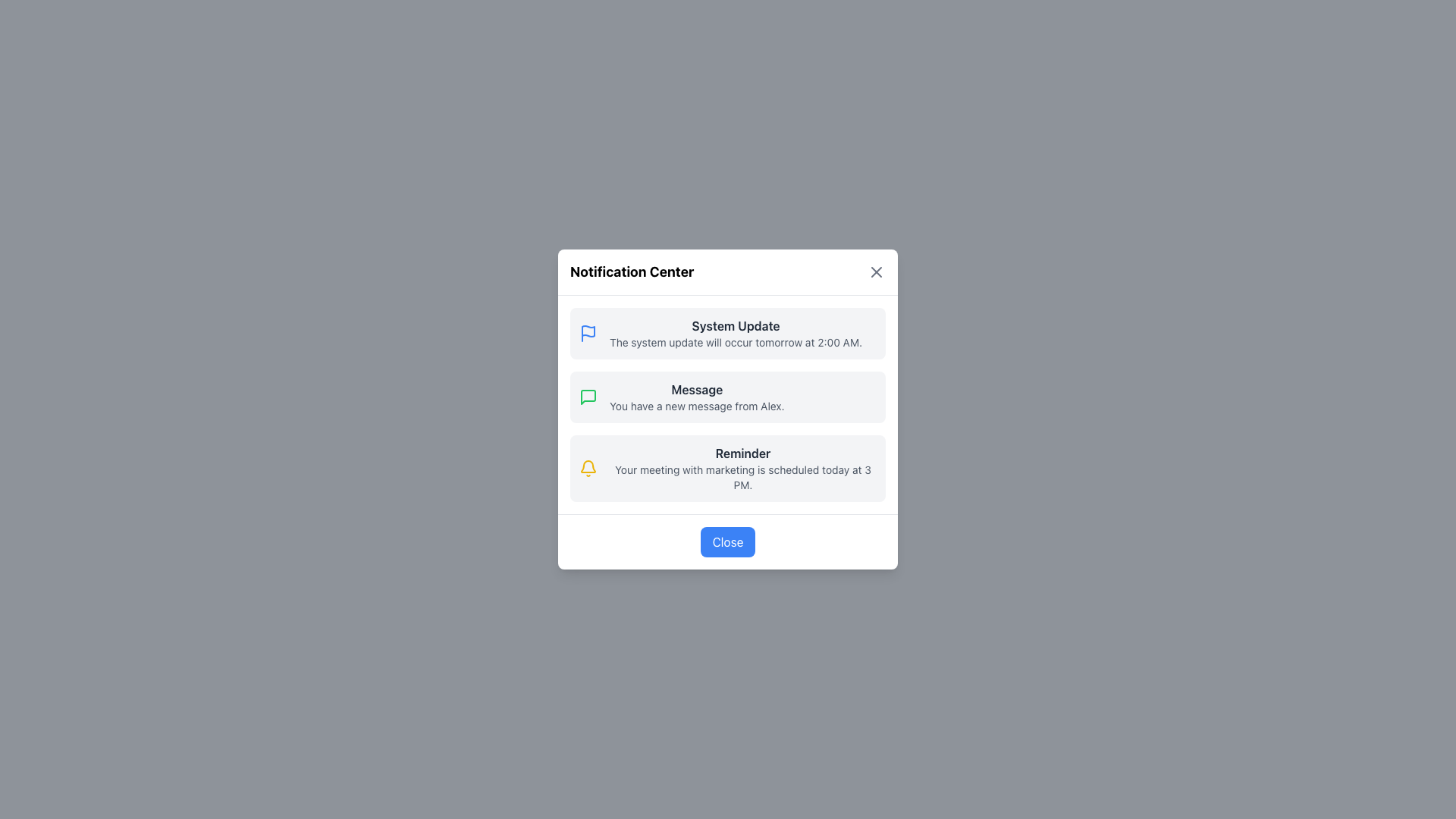 Image resolution: width=1456 pixels, height=819 pixels. What do you see at coordinates (588, 330) in the screenshot?
I see `the main body of the SVG flag icon in the first notification labeled 'System Update' in the Notification Center` at bounding box center [588, 330].